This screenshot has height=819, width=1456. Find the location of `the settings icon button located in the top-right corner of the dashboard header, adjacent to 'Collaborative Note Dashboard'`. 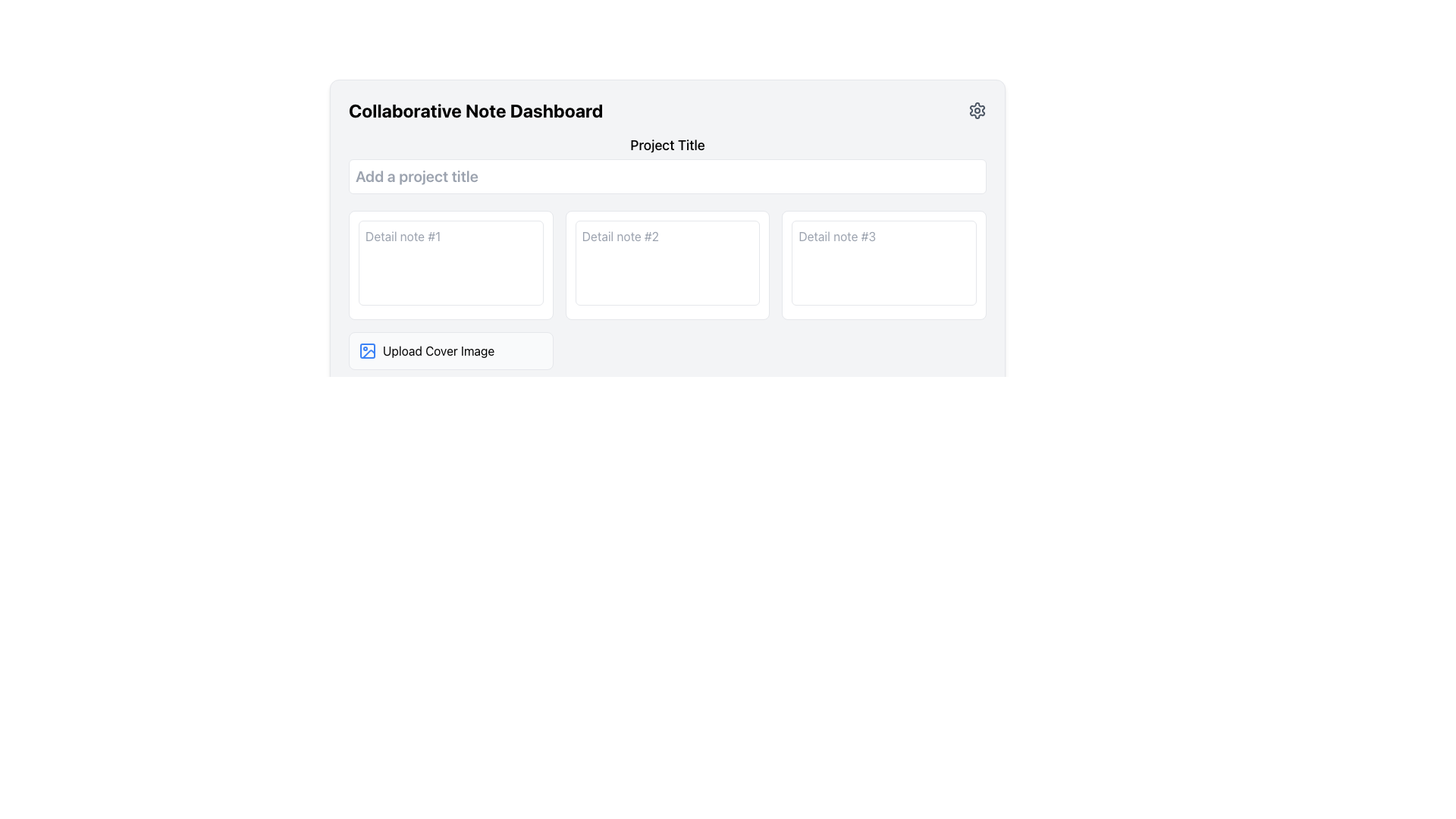

the settings icon button located in the top-right corner of the dashboard header, adjacent to 'Collaborative Note Dashboard' is located at coordinates (977, 110).